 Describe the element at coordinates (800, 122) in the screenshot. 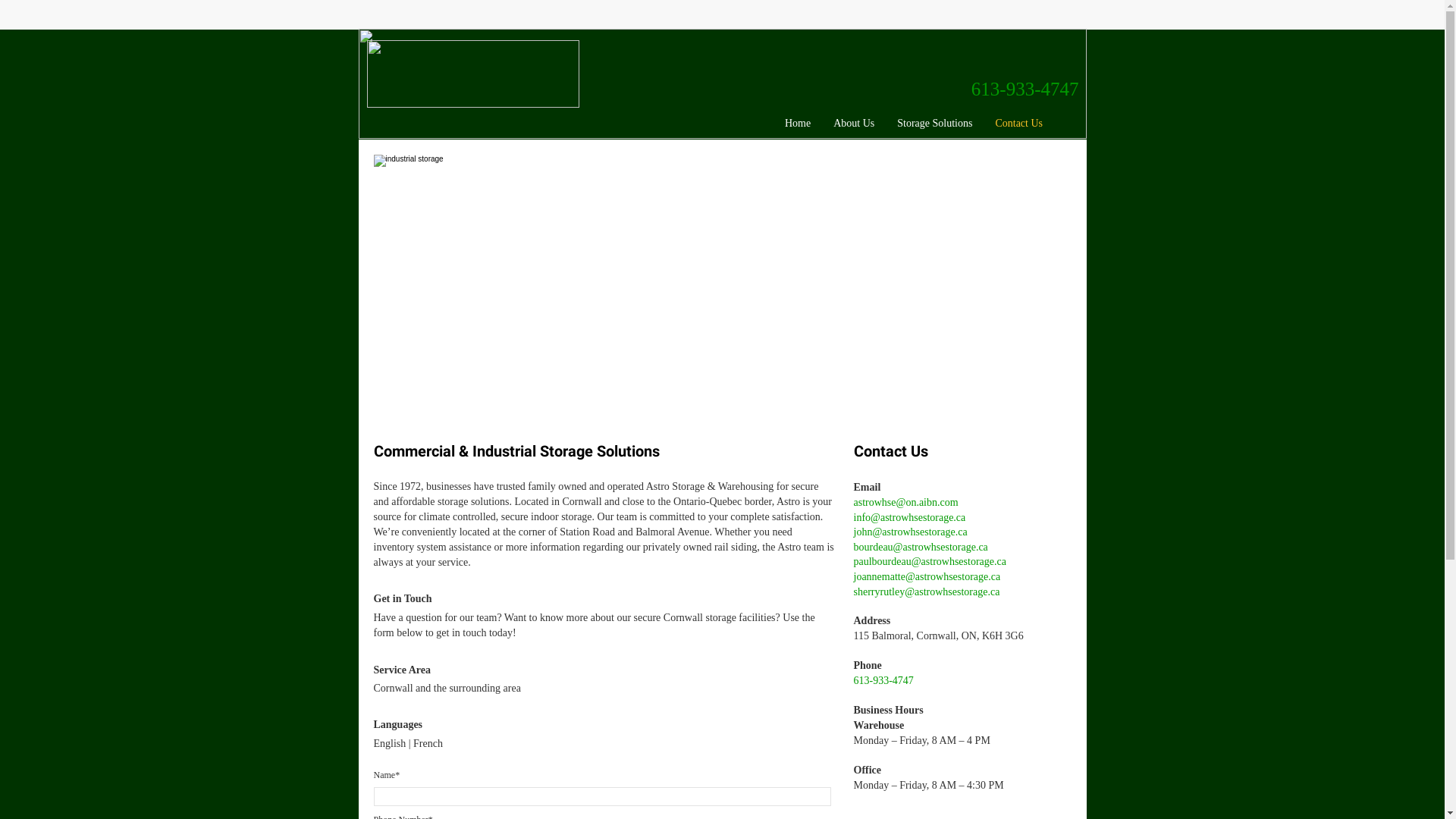

I see `'Home'` at that location.